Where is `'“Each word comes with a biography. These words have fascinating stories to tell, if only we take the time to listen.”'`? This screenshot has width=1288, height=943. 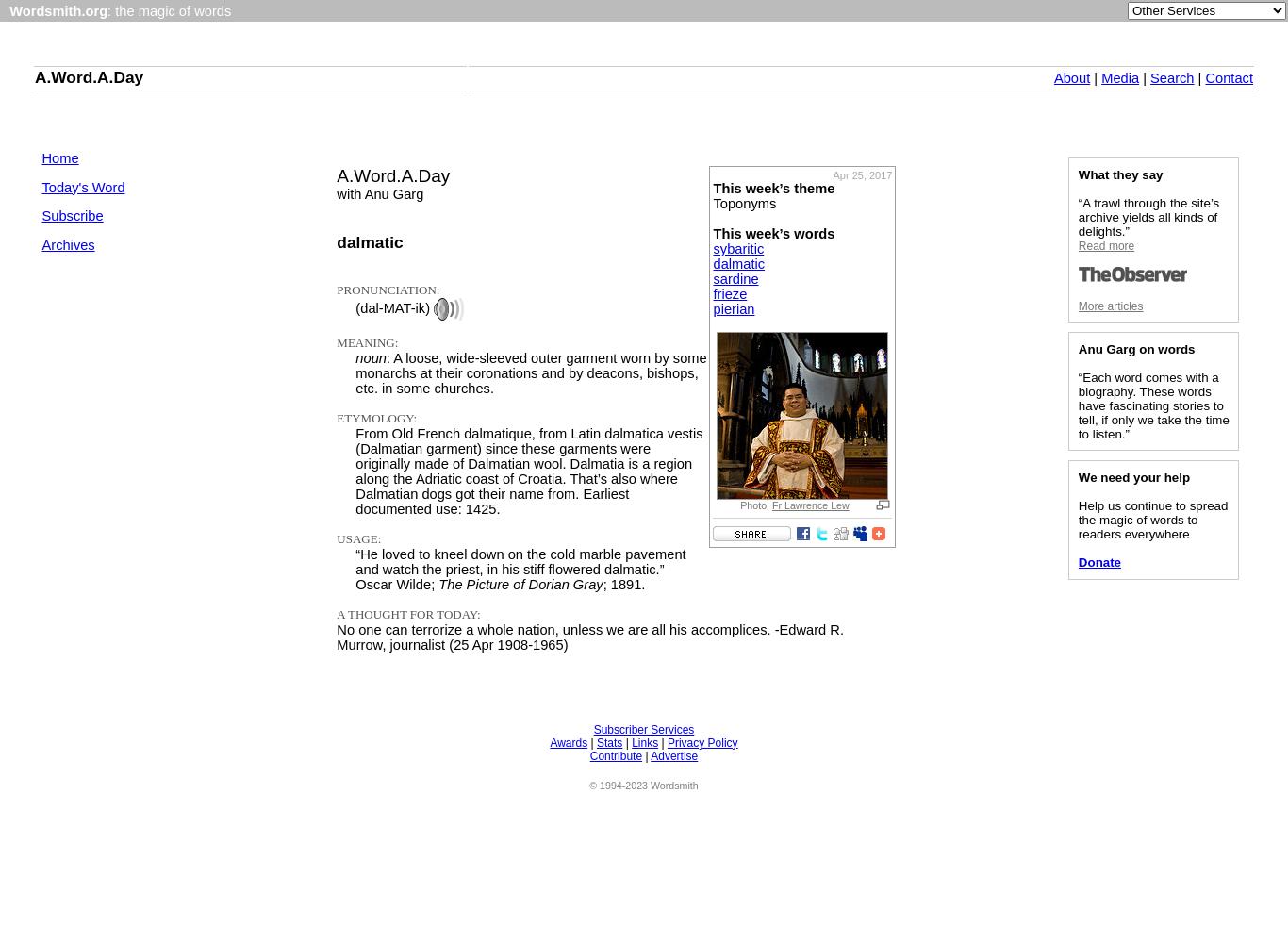
'“Each word comes with a biography. These words have fascinating stories to tell, if only we take the time to listen.”' is located at coordinates (1152, 405).